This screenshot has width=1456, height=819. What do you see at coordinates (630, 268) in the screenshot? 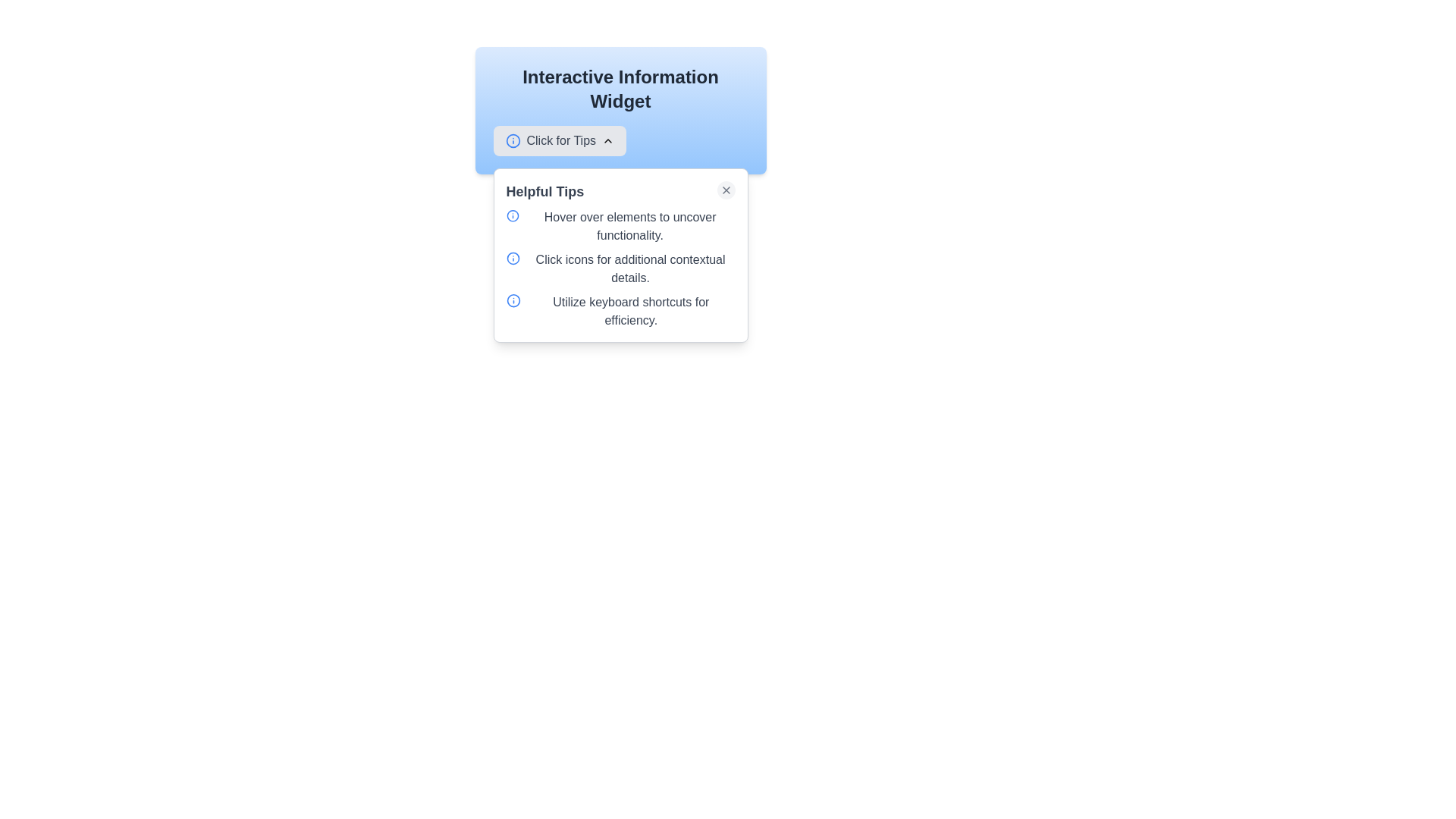
I see `the second text entry in the 'Helpful Tips' section that provides guidance on interaction methods involving icons for contextual details` at bounding box center [630, 268].